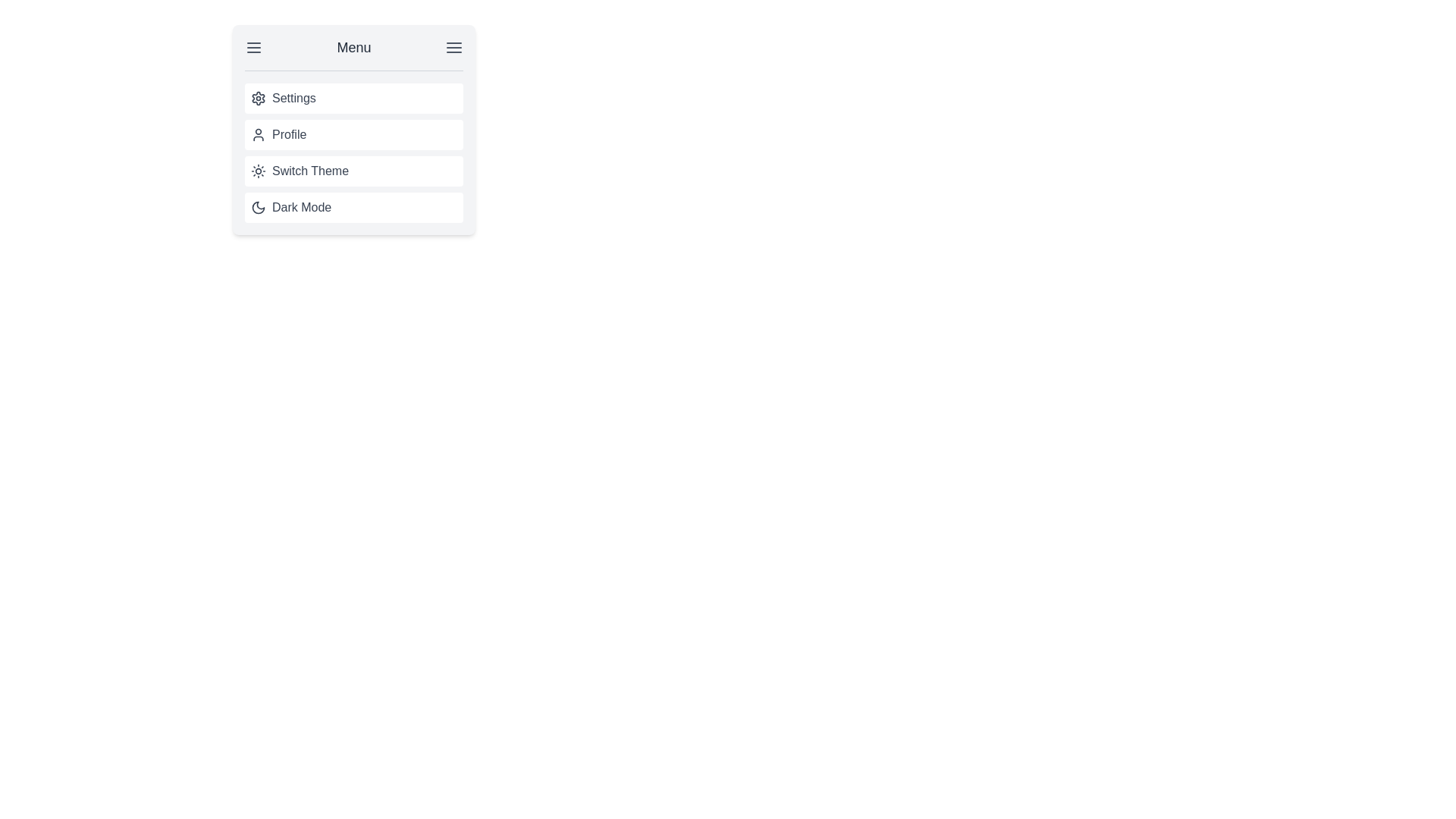 The image size is (1456, 819). Describe the element at coordinates (309, 171) in the screenshot. I see `the 'Switch Theme' text label in the menu, which is the third item in a vertical list containing options including 'Profile' above and 'Dark Mode' below` at that location.